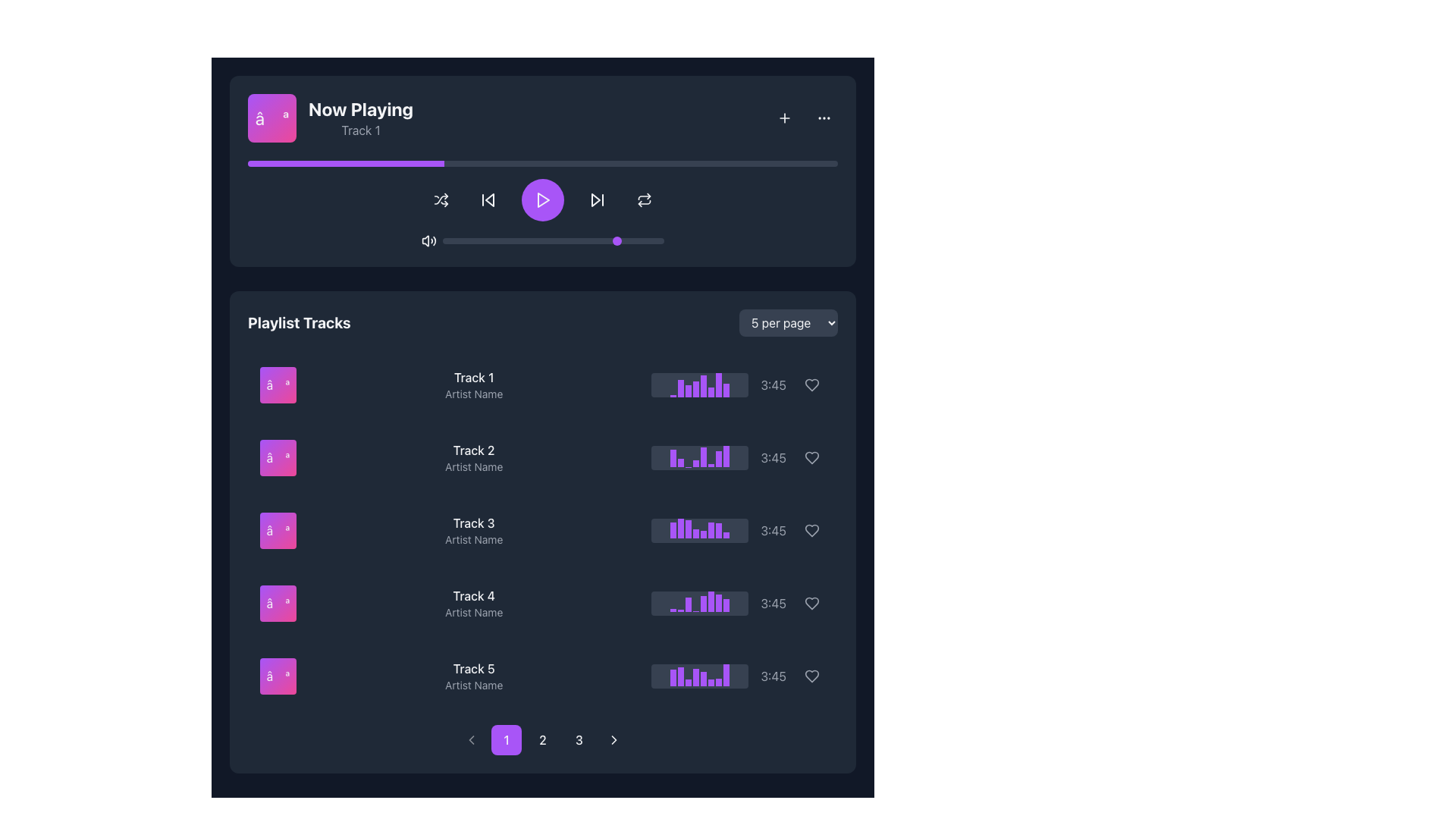  I want to click on the plus icon button located in the top-right corner of the 'Now Playing' section, so click(785, 117).